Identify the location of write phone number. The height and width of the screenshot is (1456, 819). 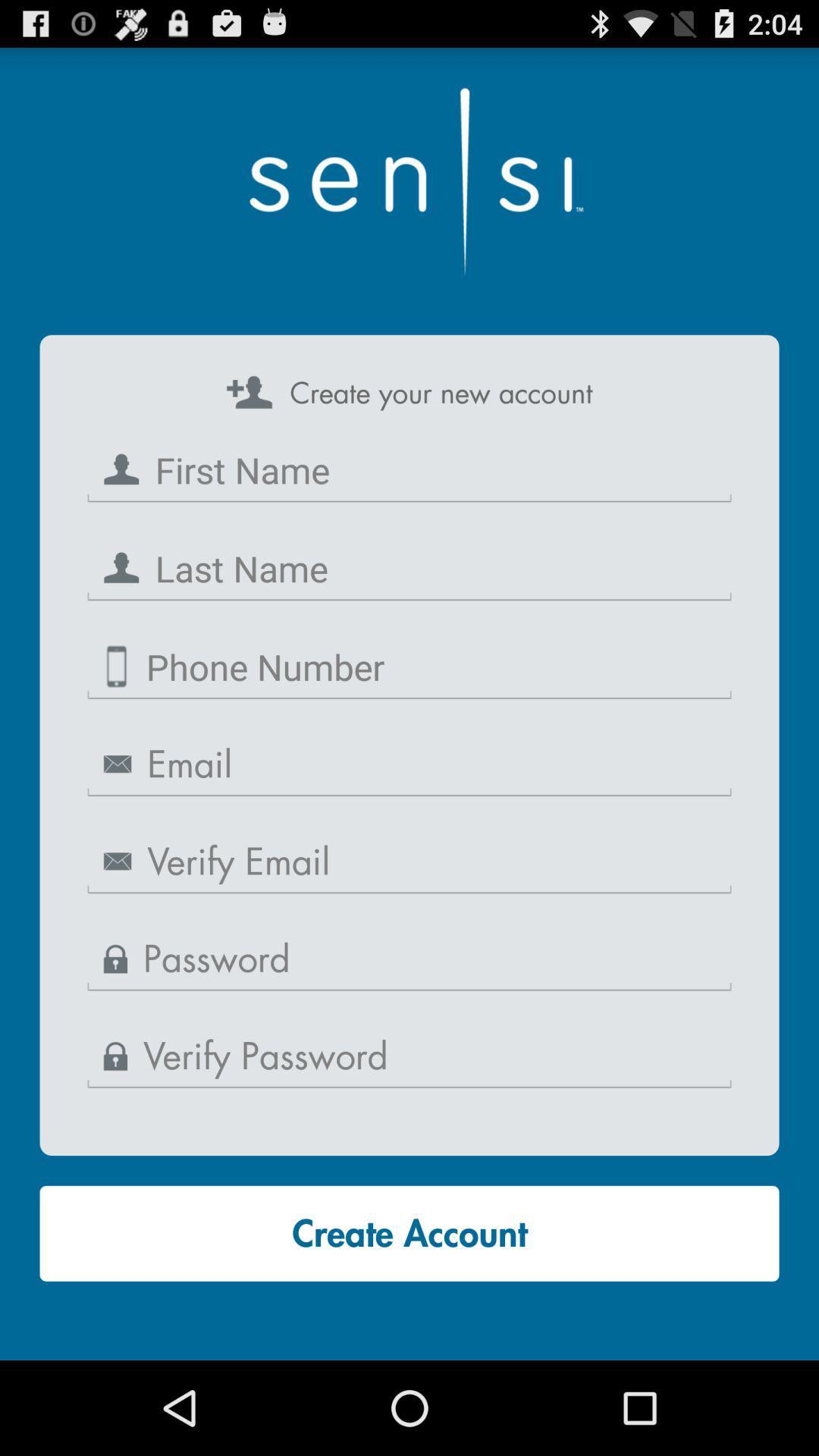
(409, 667).